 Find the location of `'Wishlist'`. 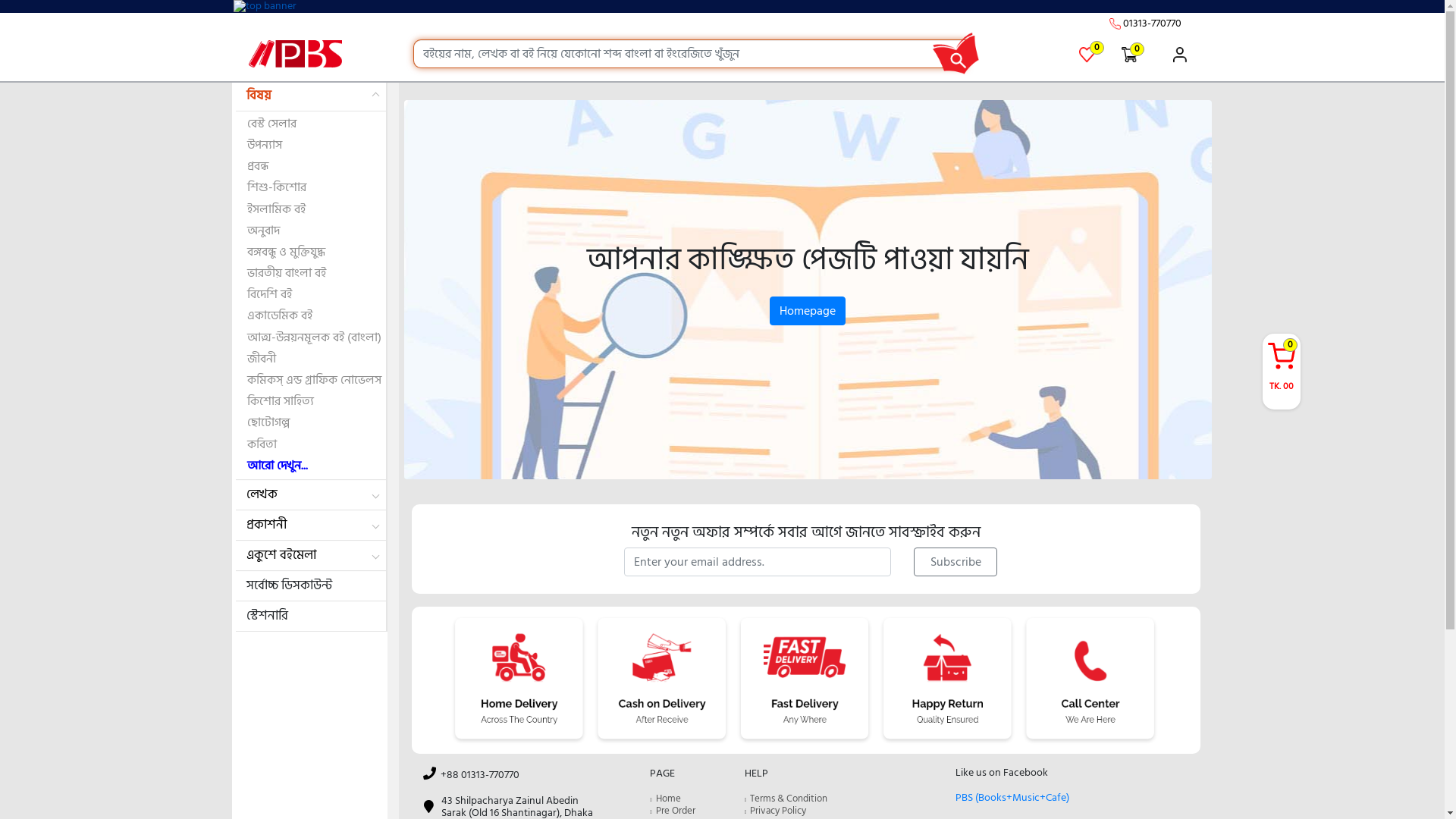

'Wishlist' is located at coordinates (1078, 53).